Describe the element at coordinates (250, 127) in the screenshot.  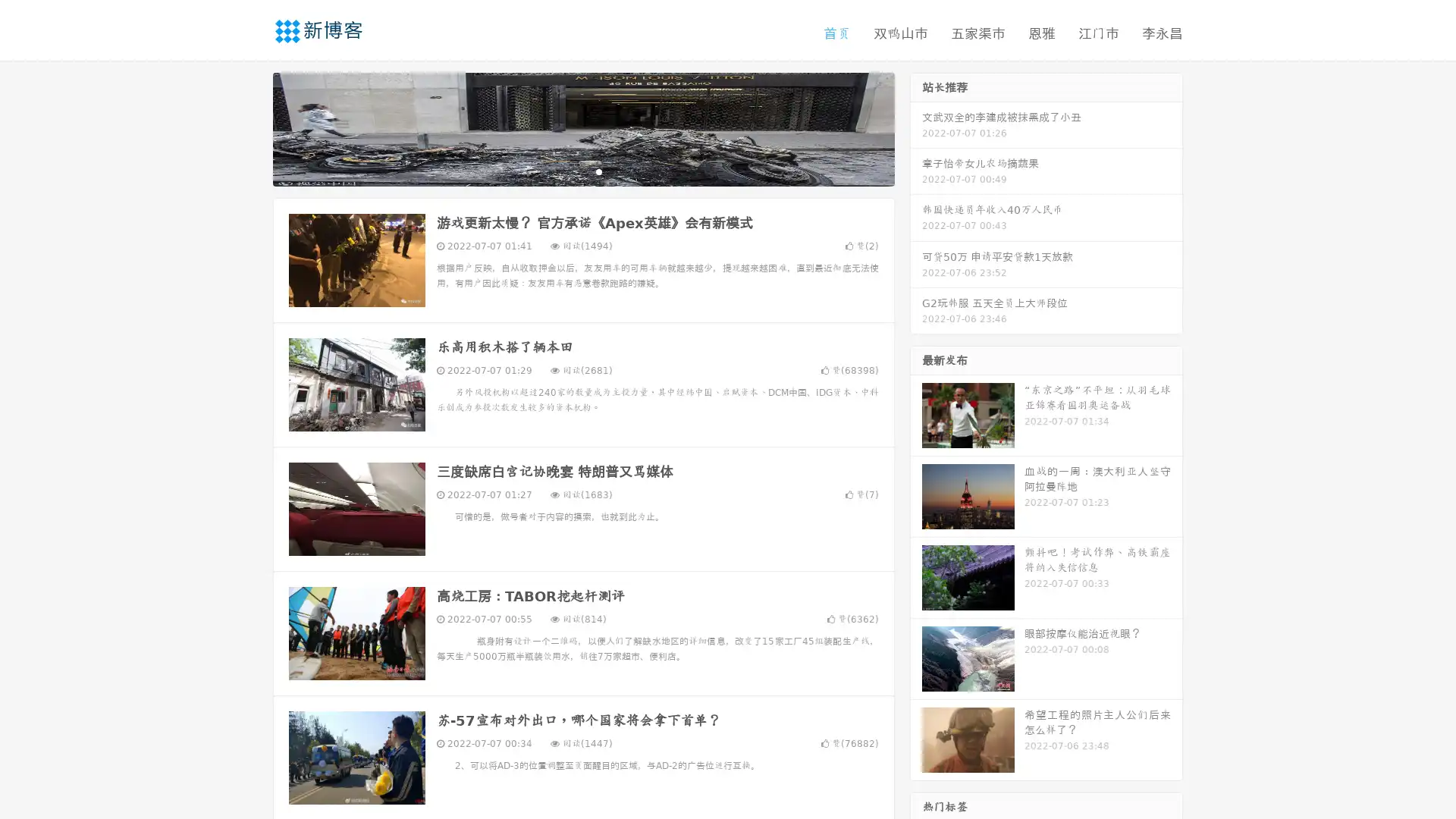
I see `Previous slide` at that location.